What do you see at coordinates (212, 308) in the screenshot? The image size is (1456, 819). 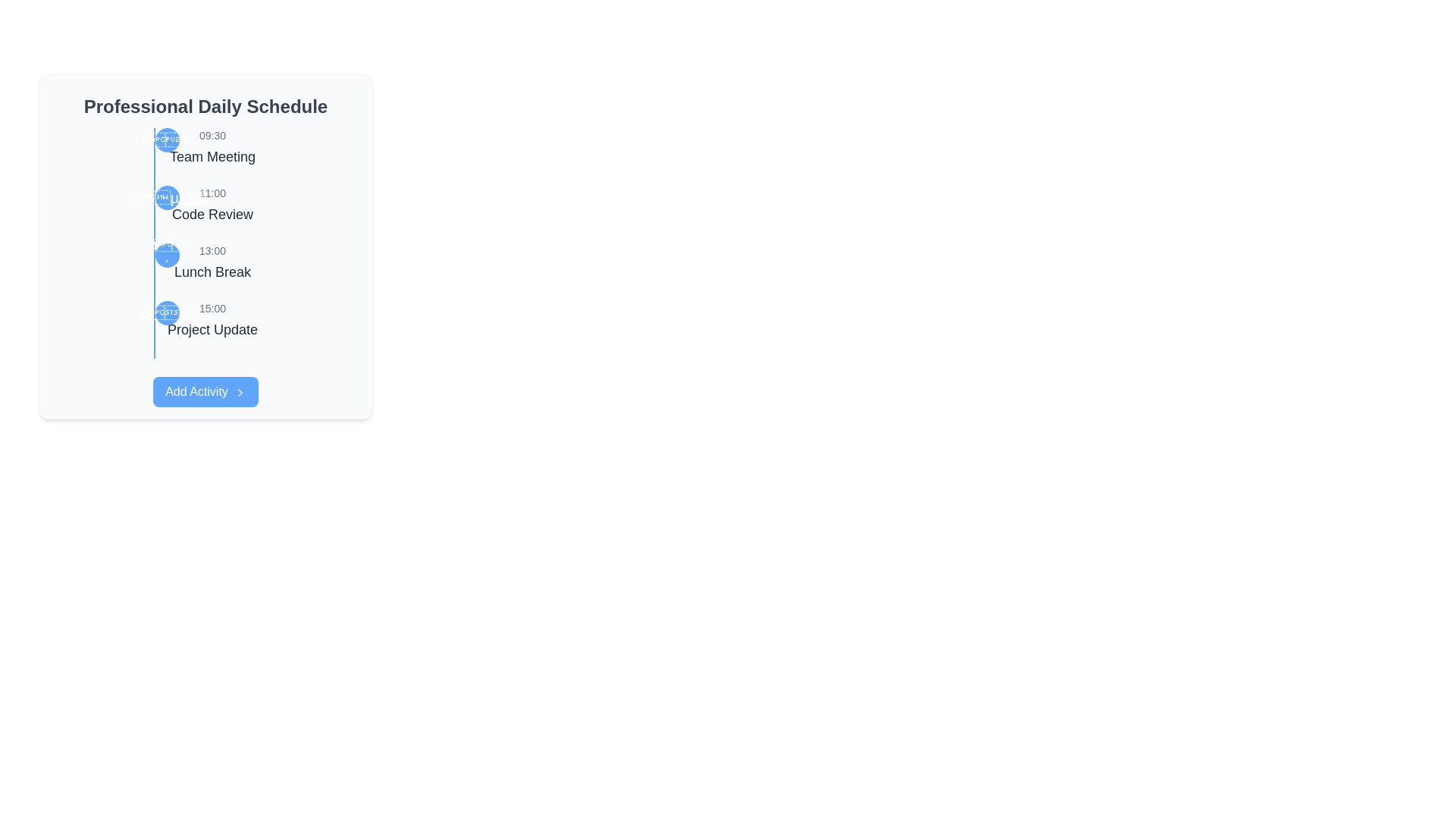 I see `the time indicator Text Label for the 'Project Update' entry in the daily schedule timeline, located between '13:00 Lunch Break' and 'Add Activity' button` at bounding box center [212, 308].